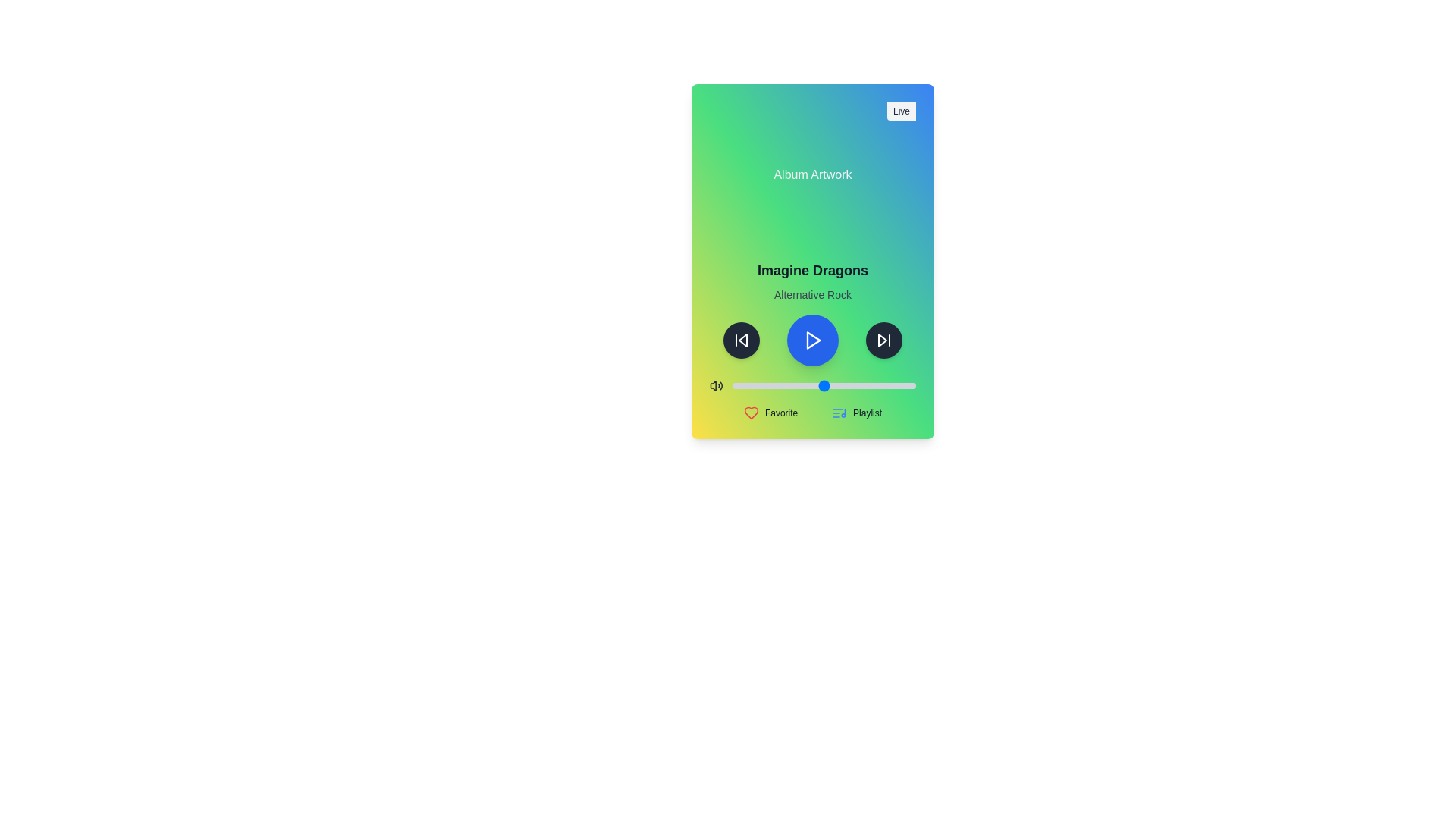 This screenshot has height=819, width=1456. Describe the element at coordinates (811, 281) in the screenshot. I see `the Label containing the bold text 'Imagine Dragons' and the smaller grey text 'Alternative Rock', which is centrally aligned below the artwork section and above the playback controls` at that location.